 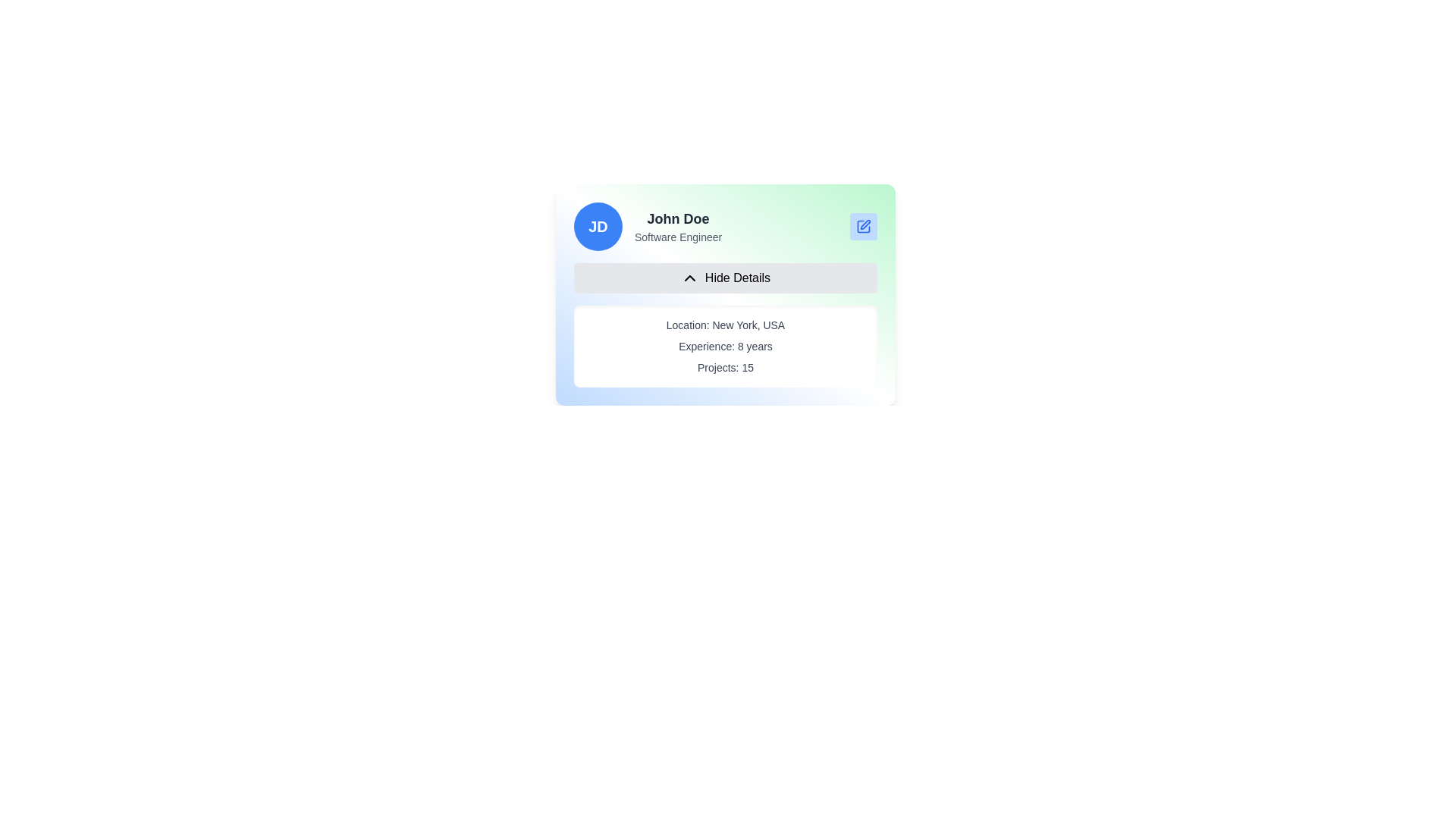 I want to click on the blue square icon with a pen graphic inside, located in the top-right corner of the profile card, so click(x=863, y=227).